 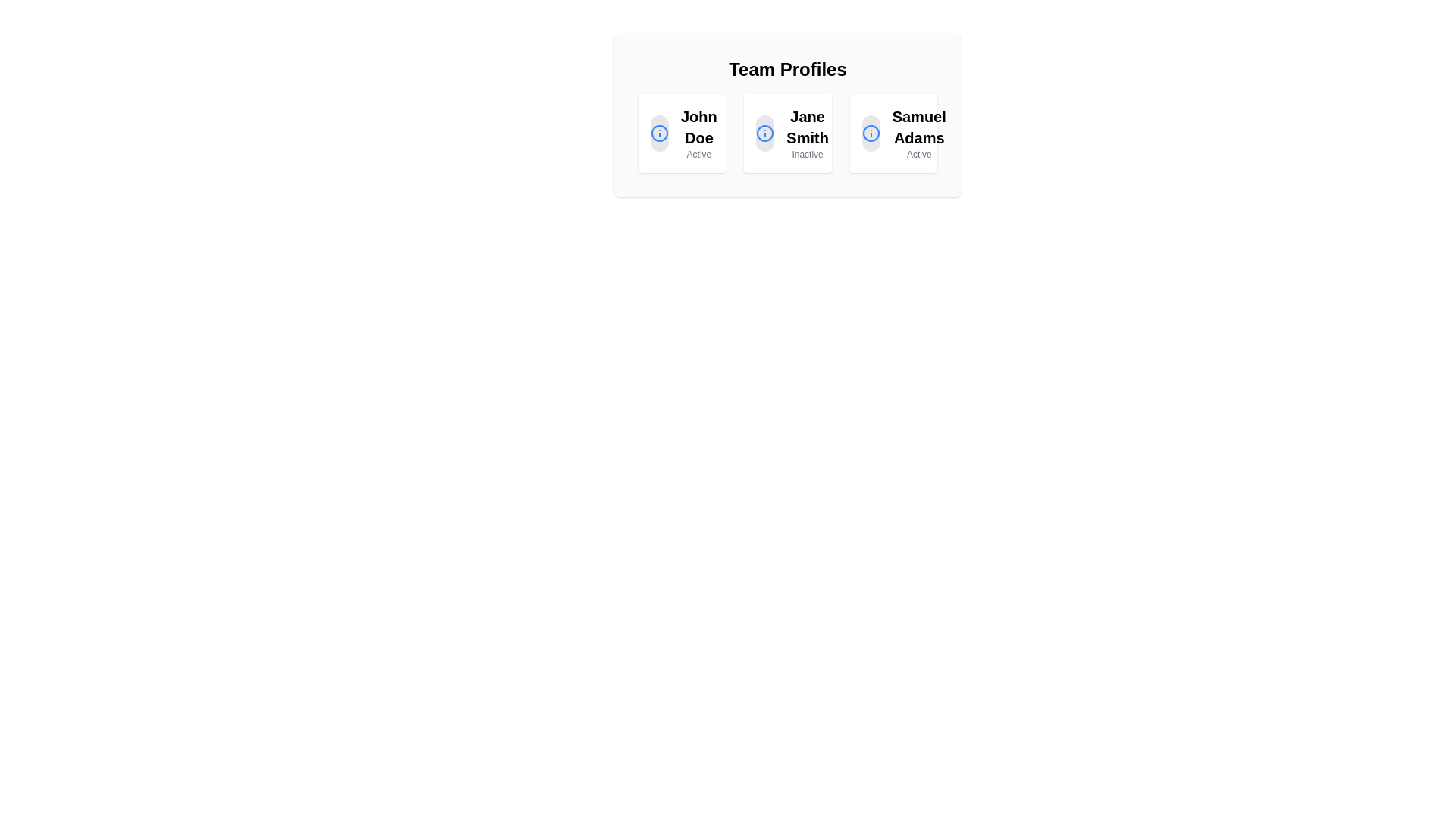 I want to click on the circular SVG-based icon with a blue outer circle and an information symbol, located at the top of Jane Smith's profile card, so click(x=765, y=133).